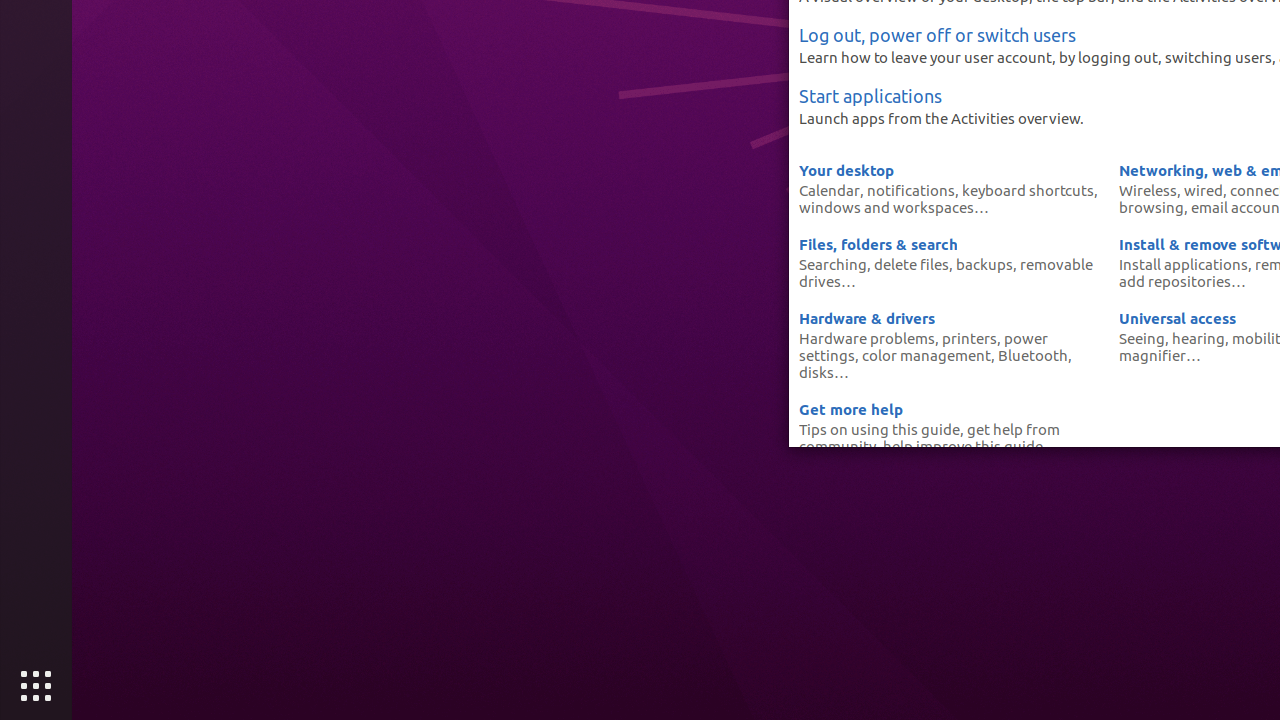  I want to click on 'get help from community', so click(928, 436).